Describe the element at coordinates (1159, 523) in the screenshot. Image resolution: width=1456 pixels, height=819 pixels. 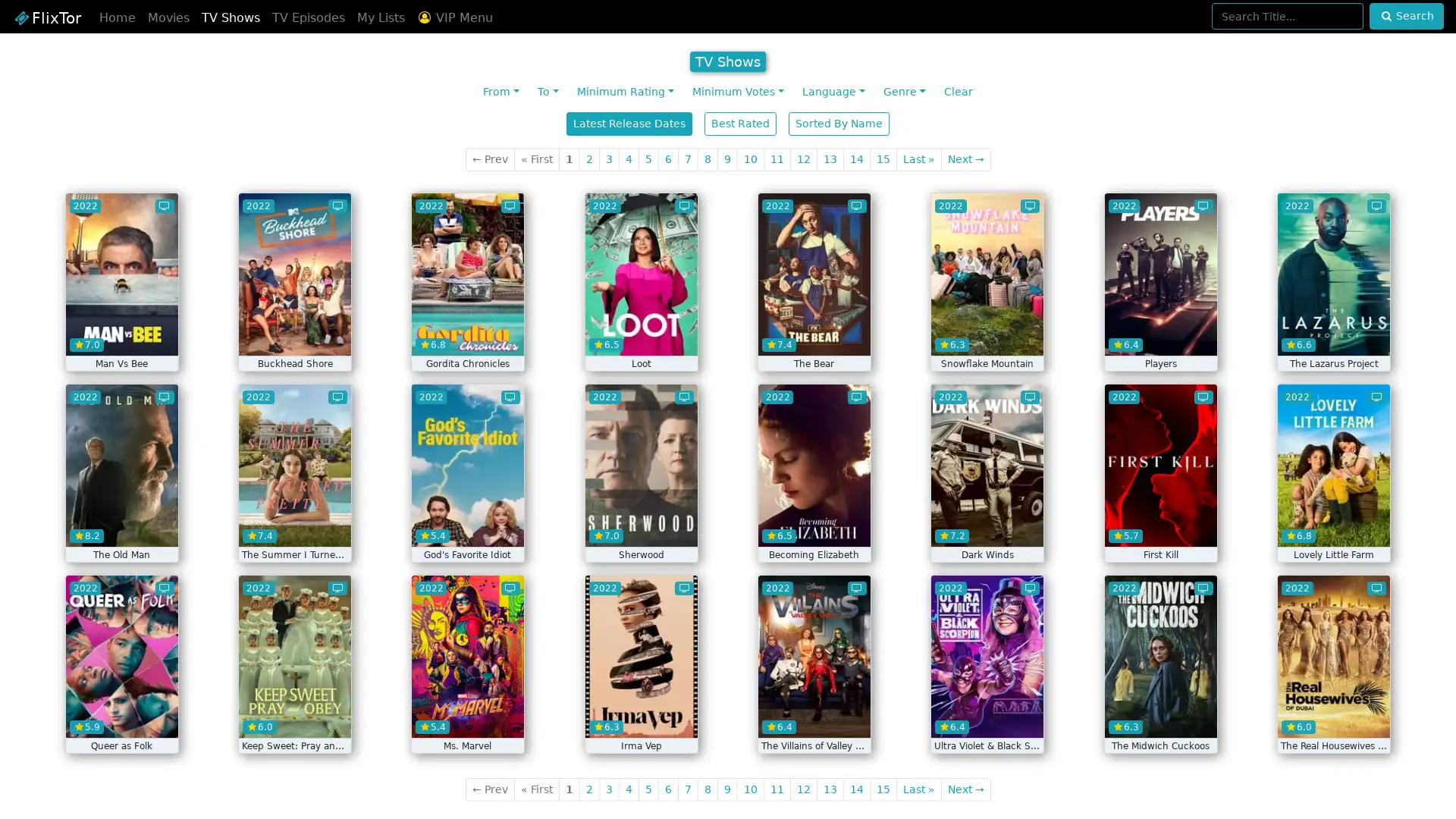
I see `Watch Now` at that location.